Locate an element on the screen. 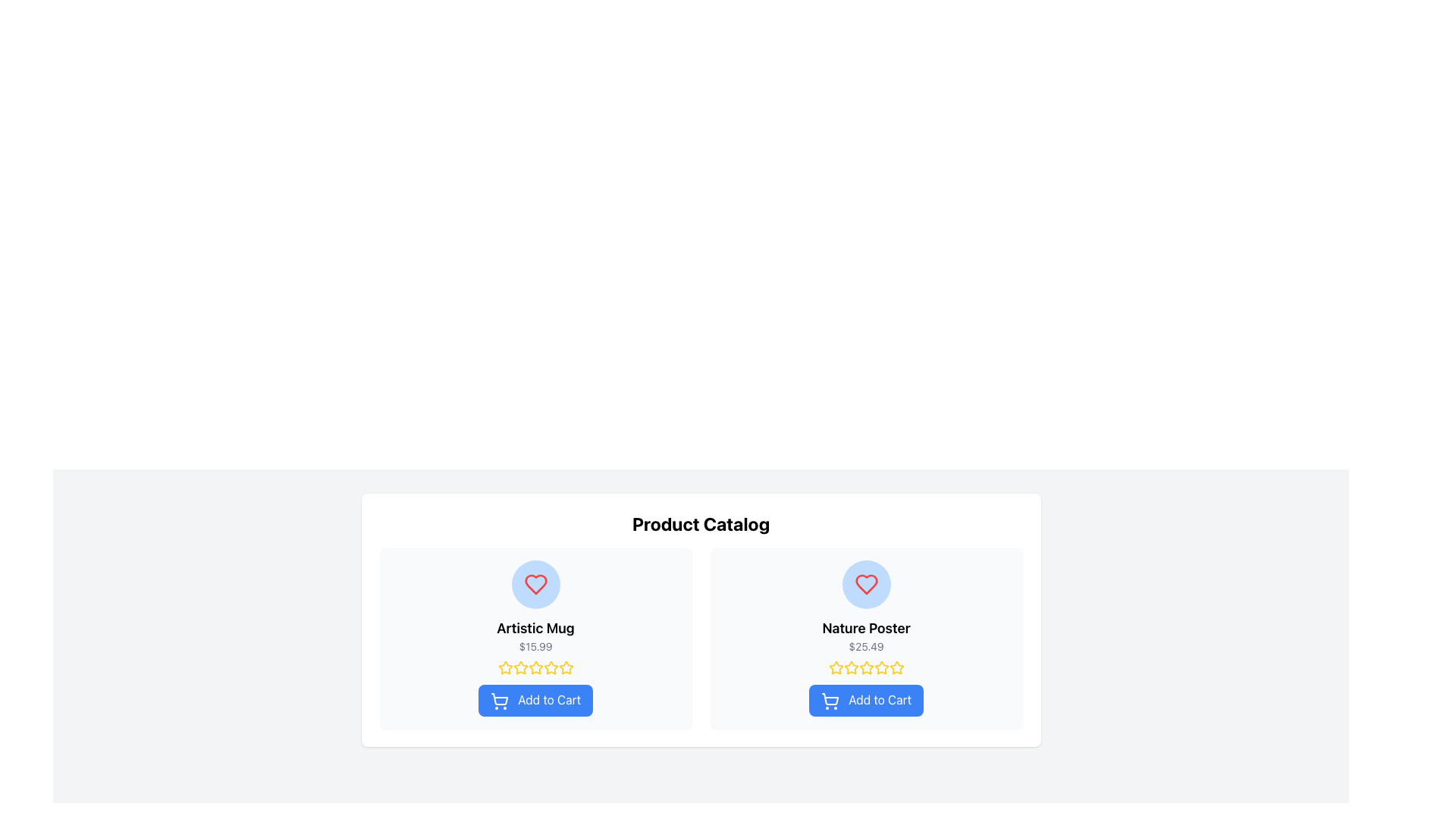  the second rating star icon for the 'Nature Poster' product is located at coordinates (851, 667).